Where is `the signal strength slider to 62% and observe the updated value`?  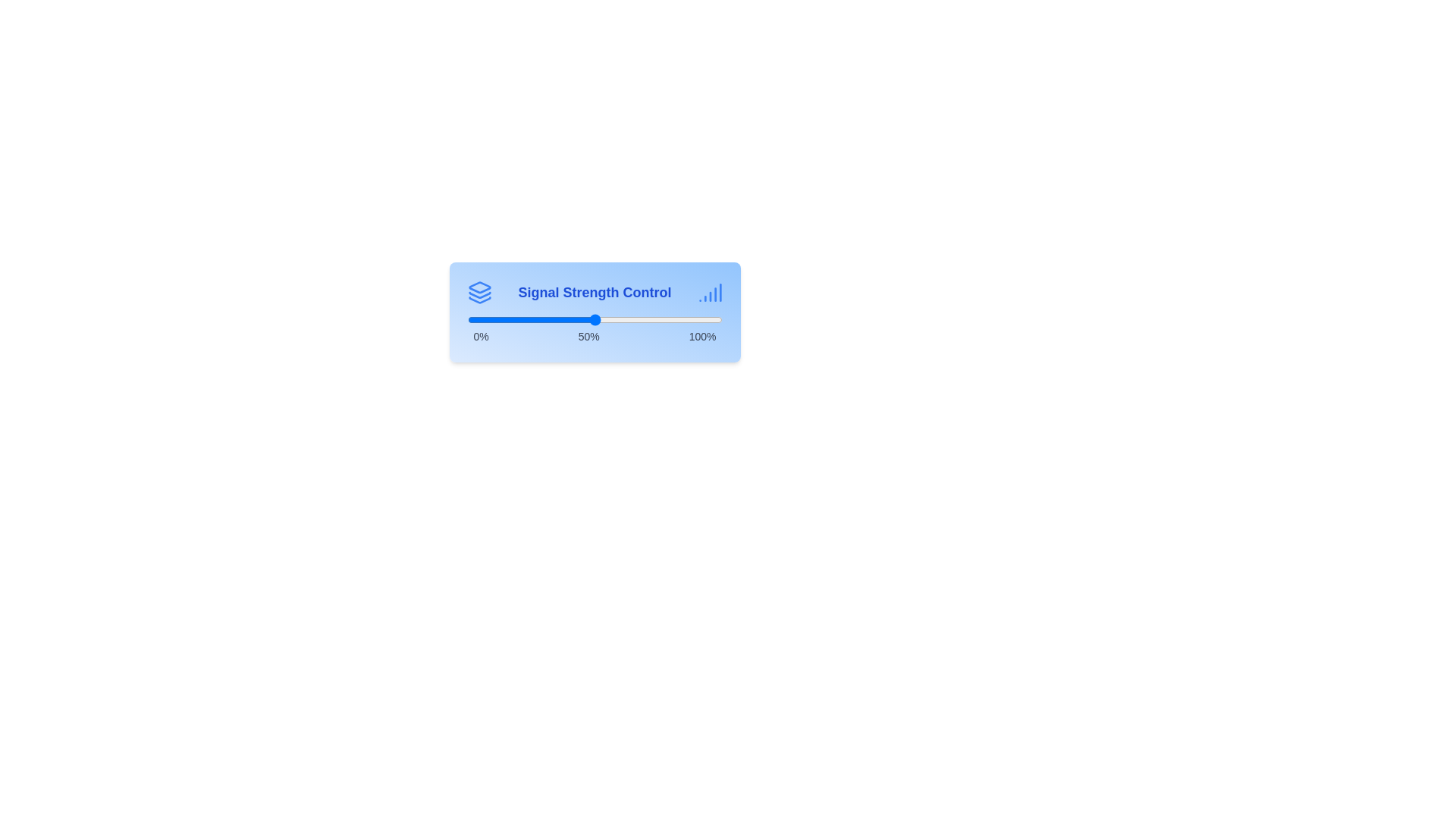
the signal strength slider to 62% and observe the updated value is located at coordinates (625, 318).